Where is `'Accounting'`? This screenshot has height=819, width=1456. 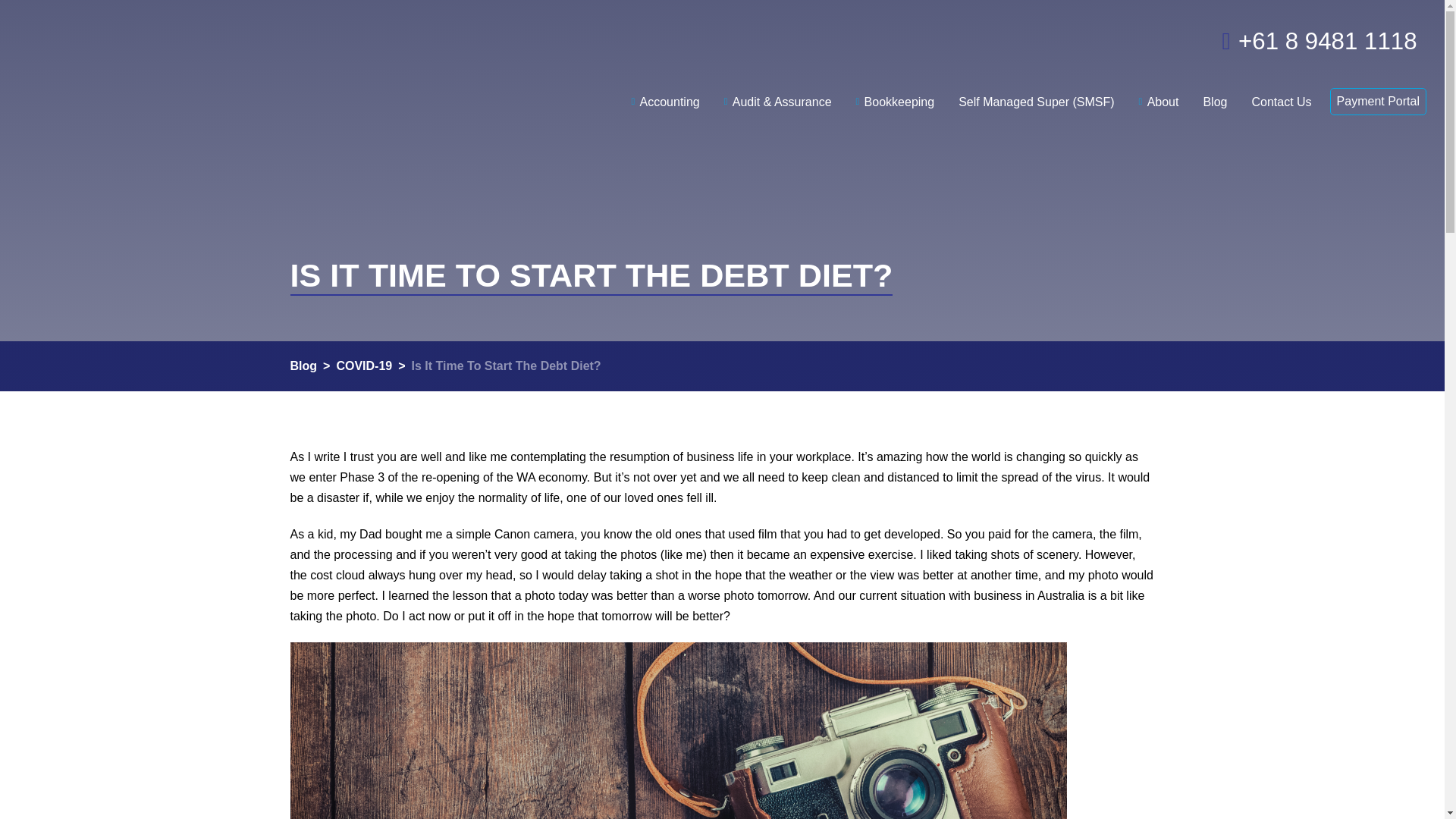 'Accounting' is located at coordinates (665, 90).